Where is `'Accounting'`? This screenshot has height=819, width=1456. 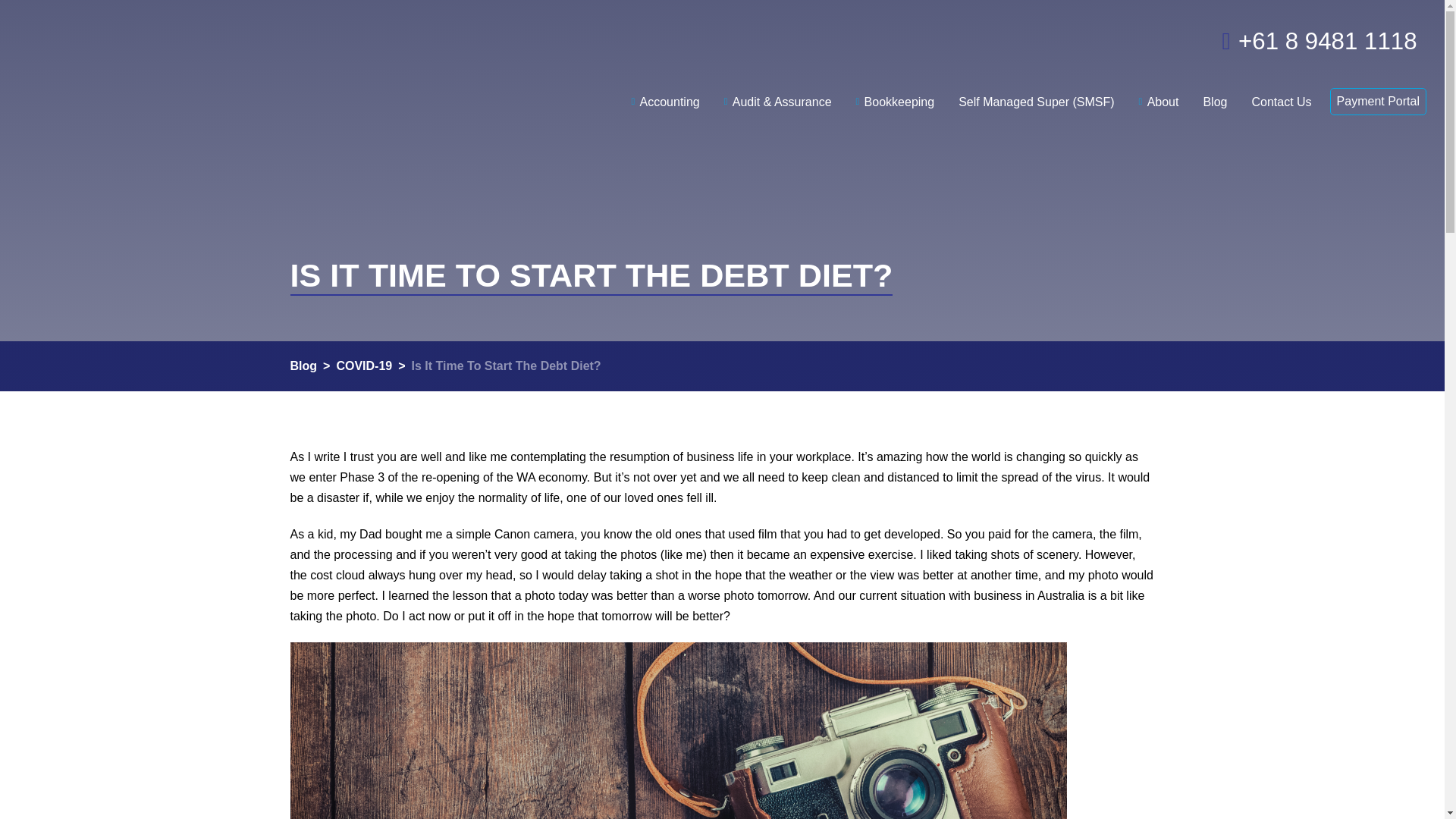 'Accounting' is located at coordinates (665, 90).